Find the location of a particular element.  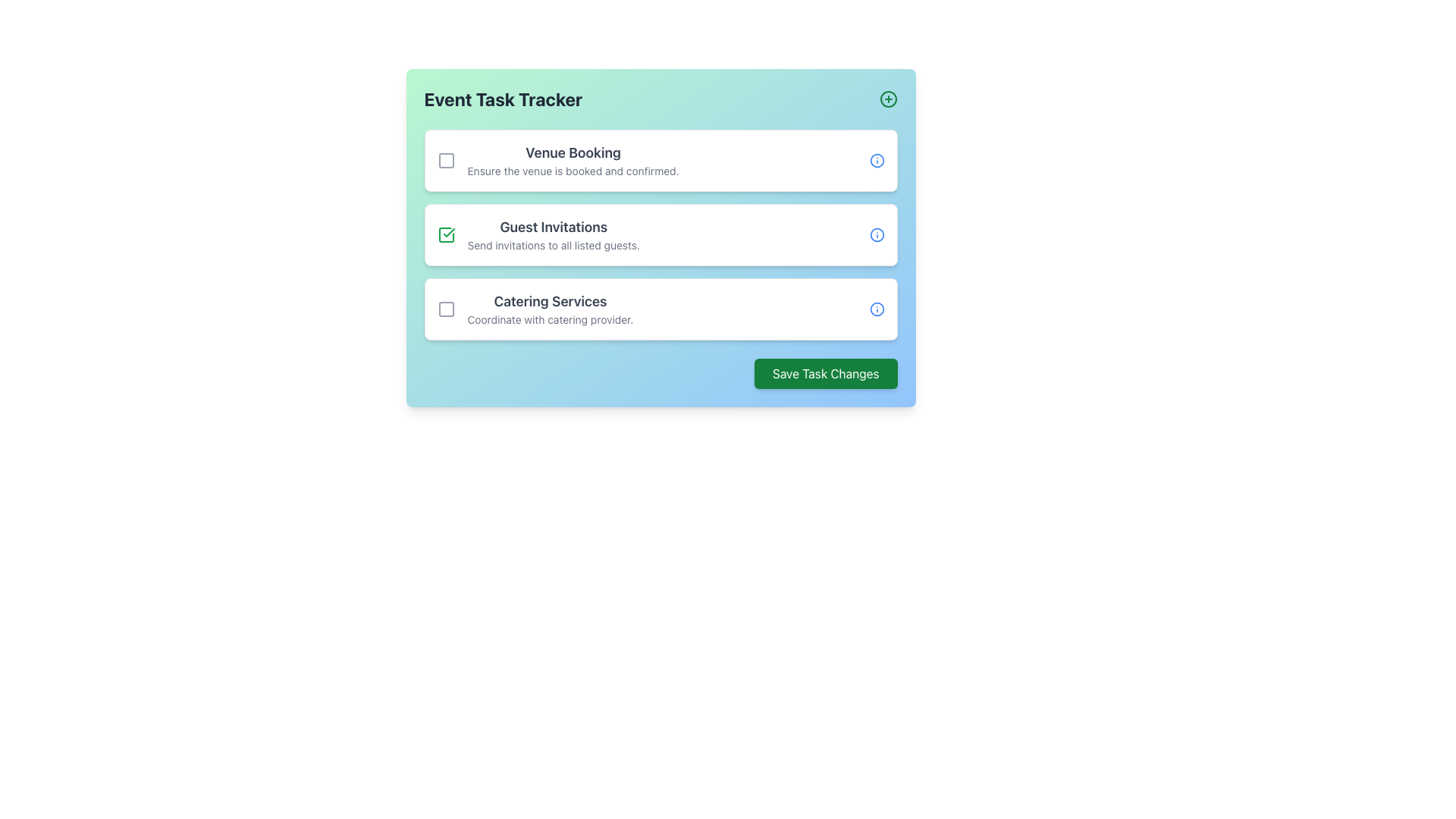

the Checkbox-like interactive icon preceding the 'Catering Services' list item is located at coordinates (445, 309).